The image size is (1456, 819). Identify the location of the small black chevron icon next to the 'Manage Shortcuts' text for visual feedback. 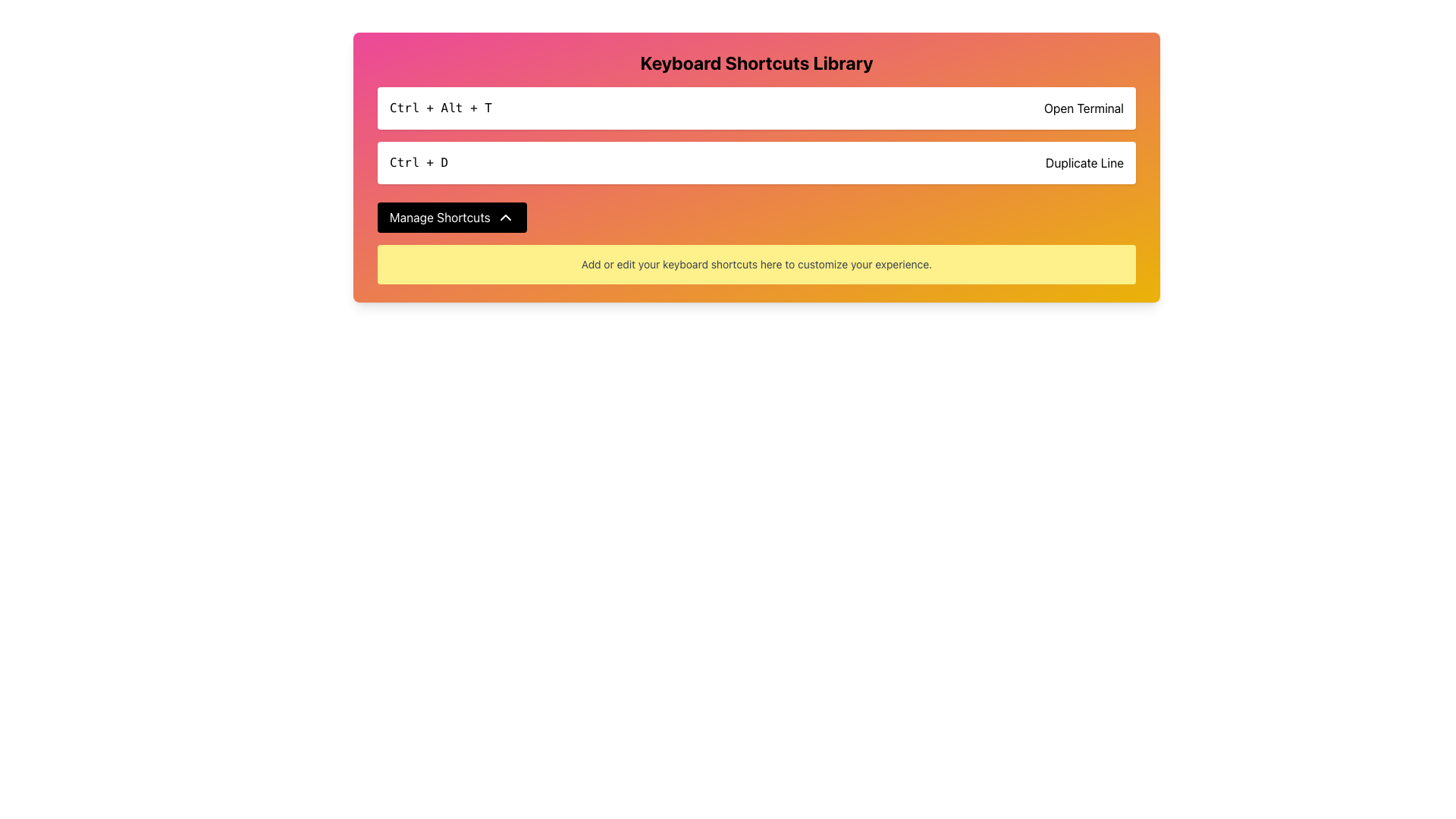
(505, 217).